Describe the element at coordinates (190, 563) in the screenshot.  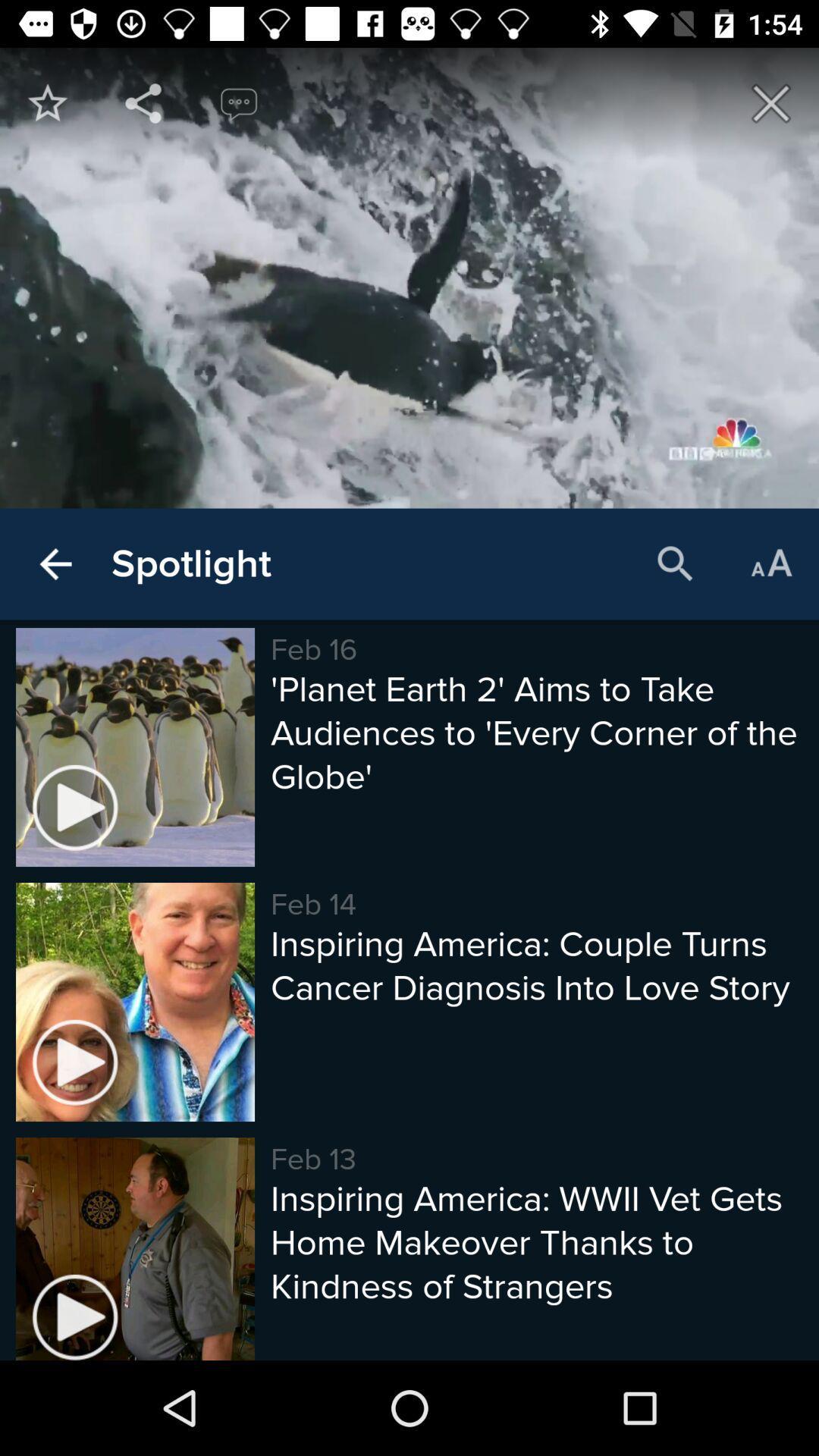
I see `spotlight icon` at that location.